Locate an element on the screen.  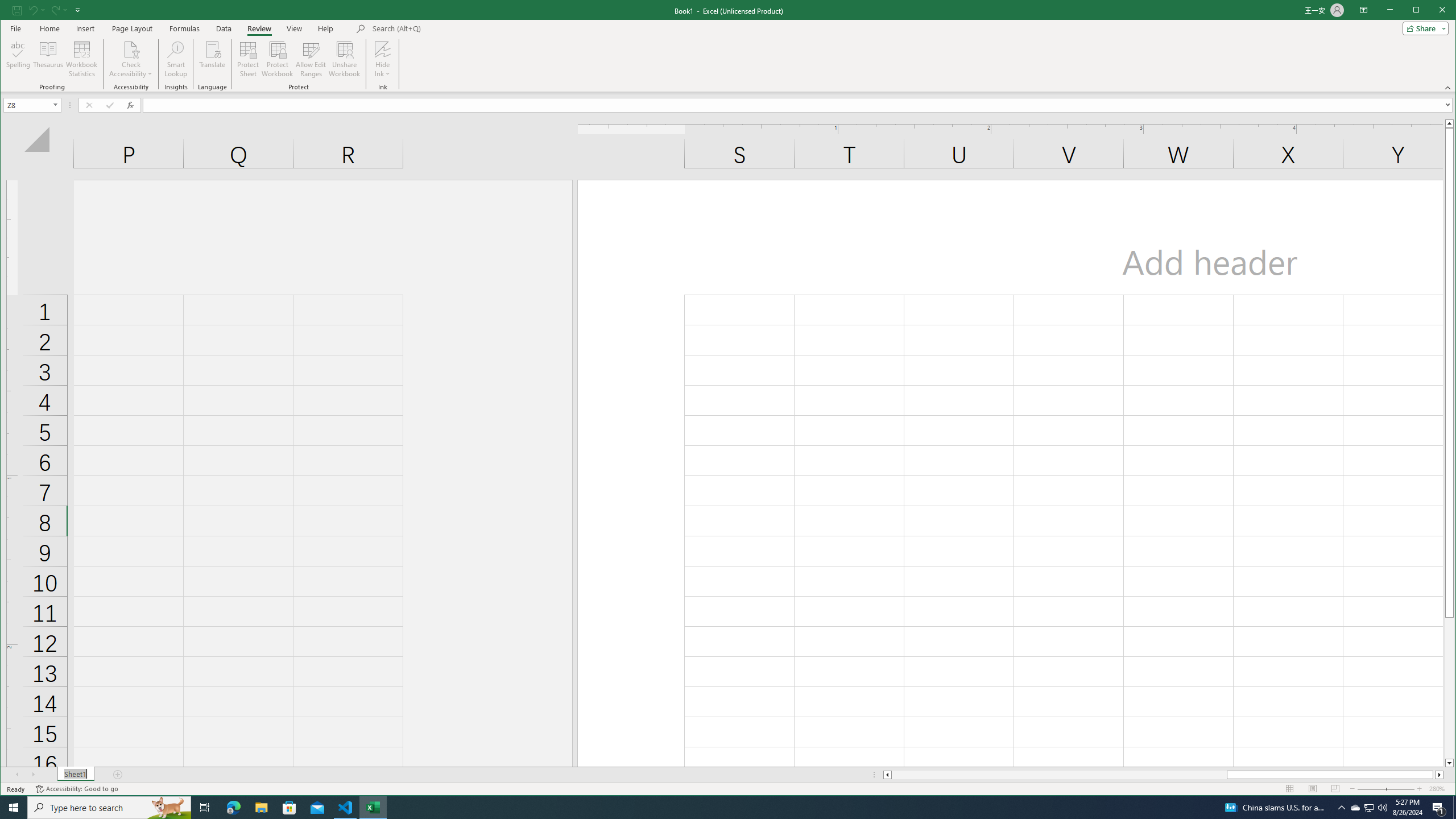
'Q2790: 100%' is located at coordinates (1381, 806).